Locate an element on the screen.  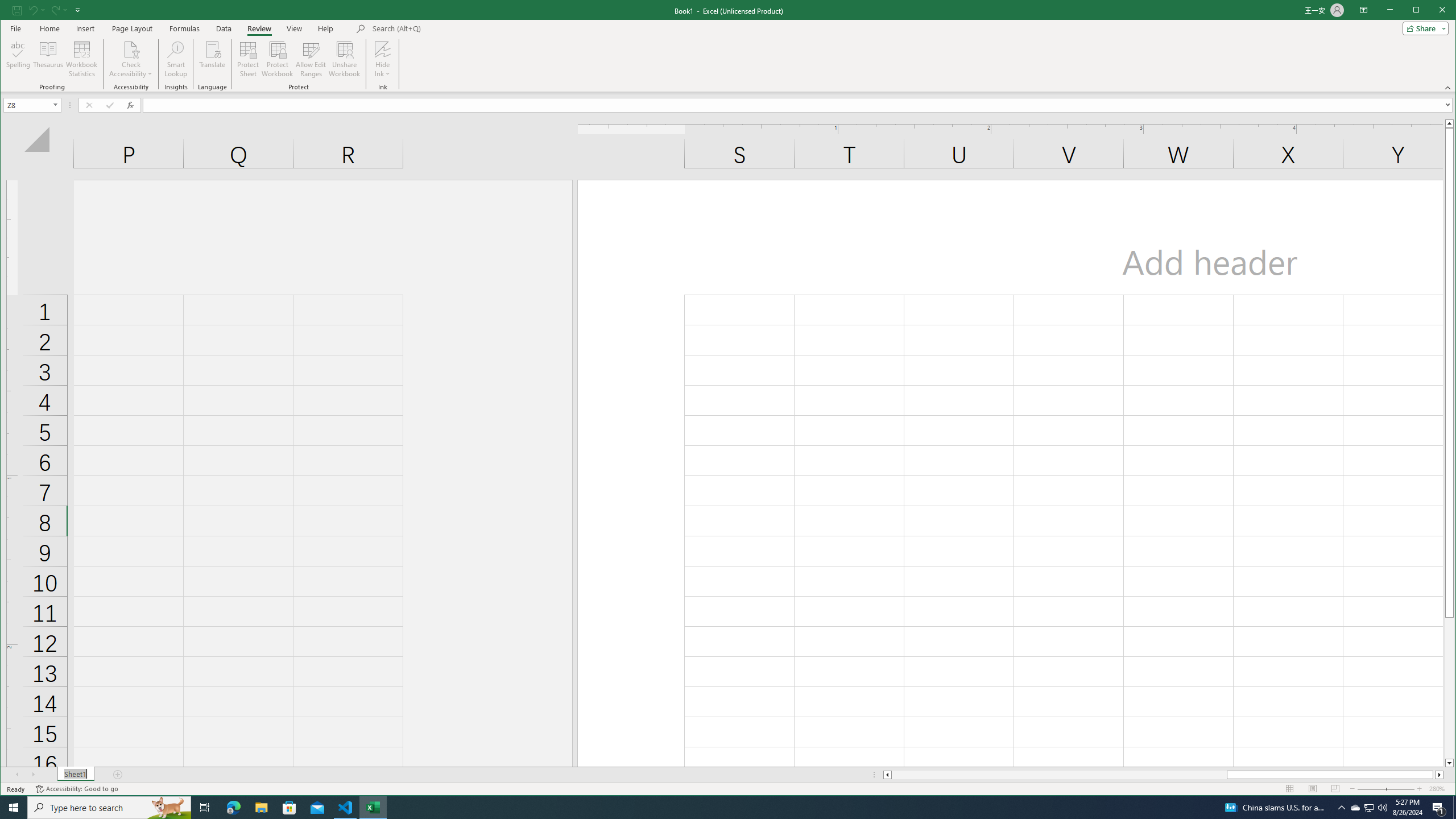
'Q2790: 100%' is located at coordinates (1381, 806).